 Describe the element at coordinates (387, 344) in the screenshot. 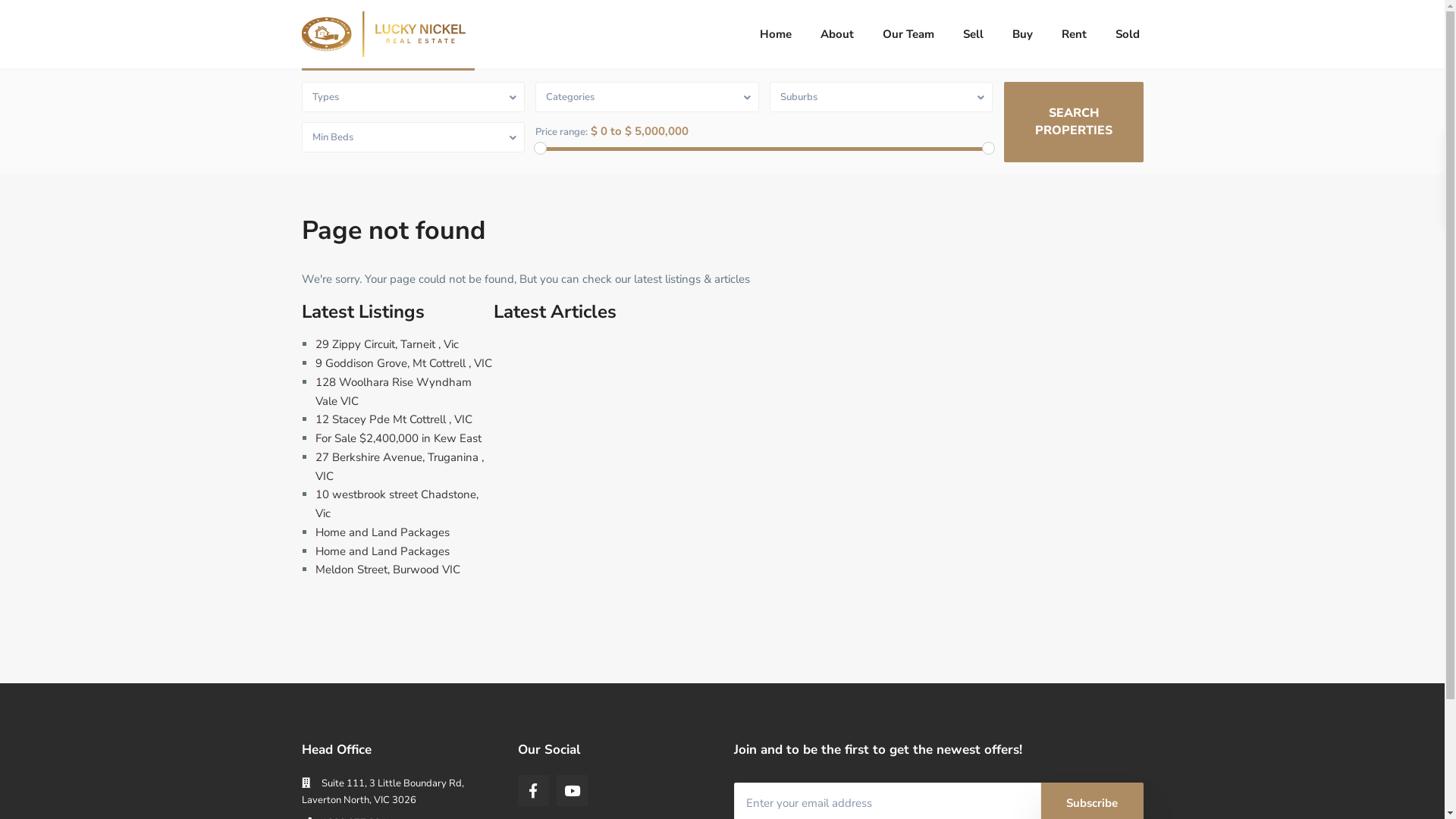

I see `'29 Zippy Circuit, Tarneit , Vic'` at that location.